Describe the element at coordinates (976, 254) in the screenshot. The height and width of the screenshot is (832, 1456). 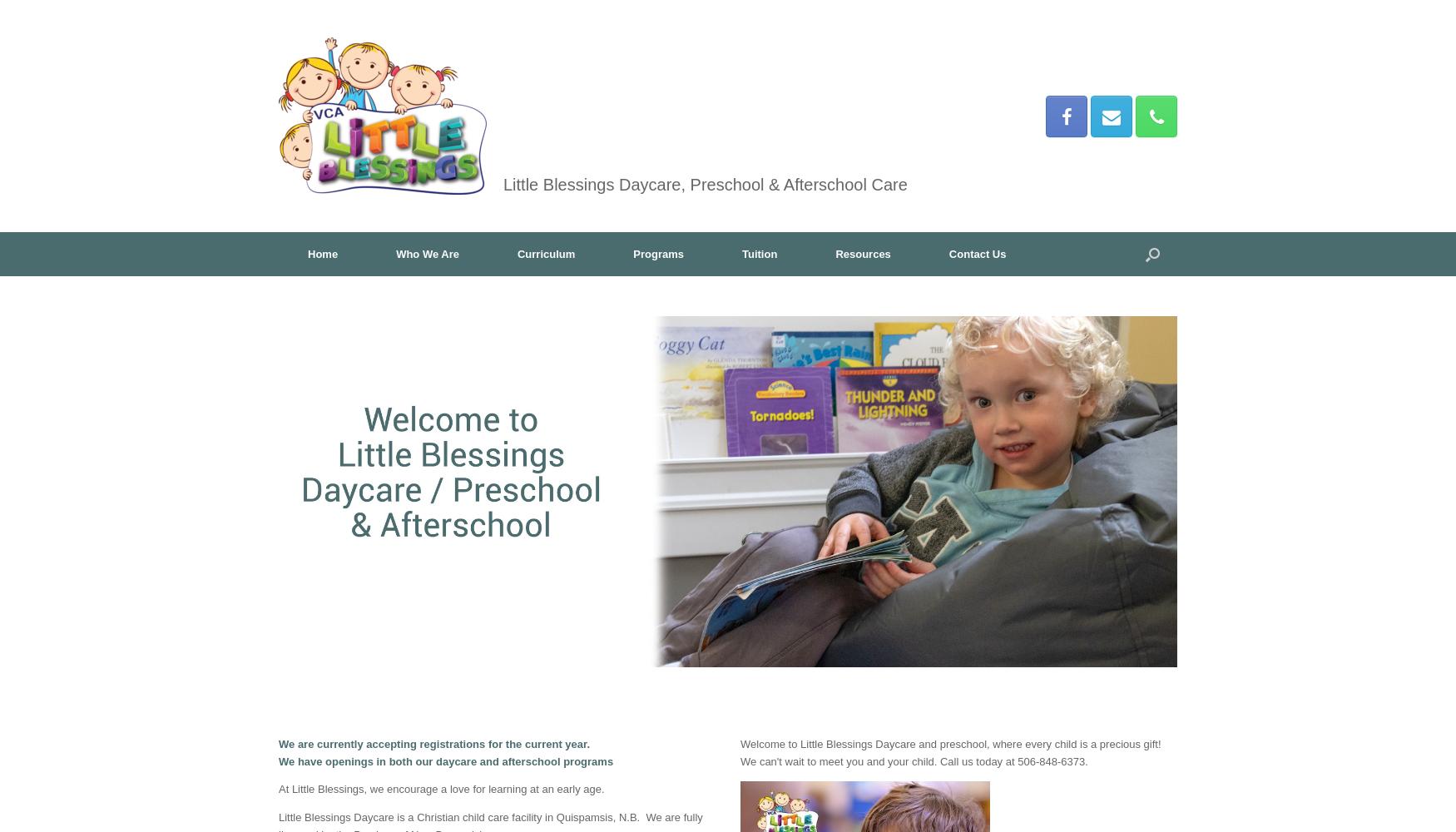
I see `'Contact Us'` at that location.